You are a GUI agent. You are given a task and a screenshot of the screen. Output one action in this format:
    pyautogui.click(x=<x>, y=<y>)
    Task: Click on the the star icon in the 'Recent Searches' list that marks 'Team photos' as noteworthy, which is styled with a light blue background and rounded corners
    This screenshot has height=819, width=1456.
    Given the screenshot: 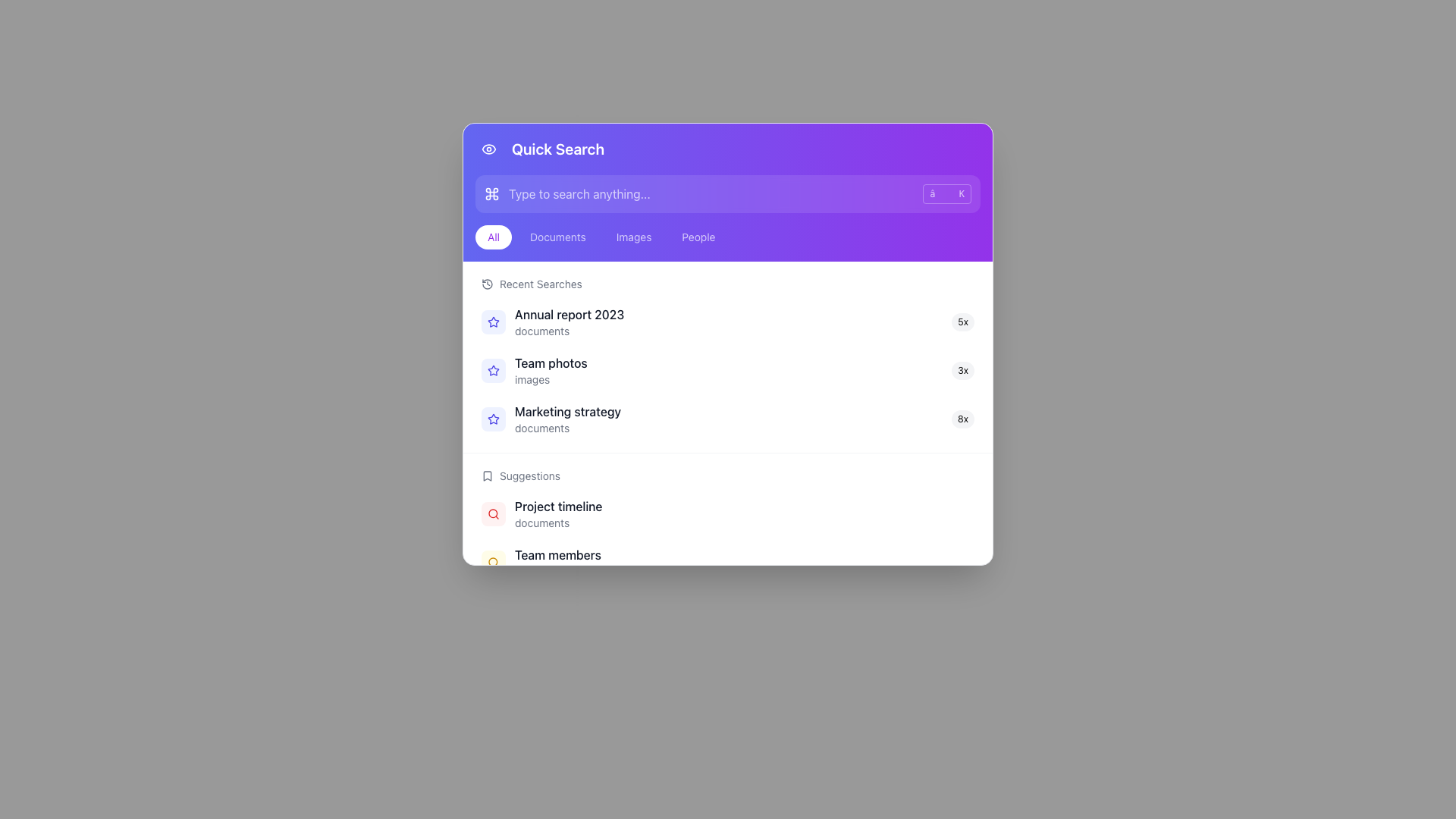 What is the action you would take?
    pyautogui.click(x=494, y=321)
    